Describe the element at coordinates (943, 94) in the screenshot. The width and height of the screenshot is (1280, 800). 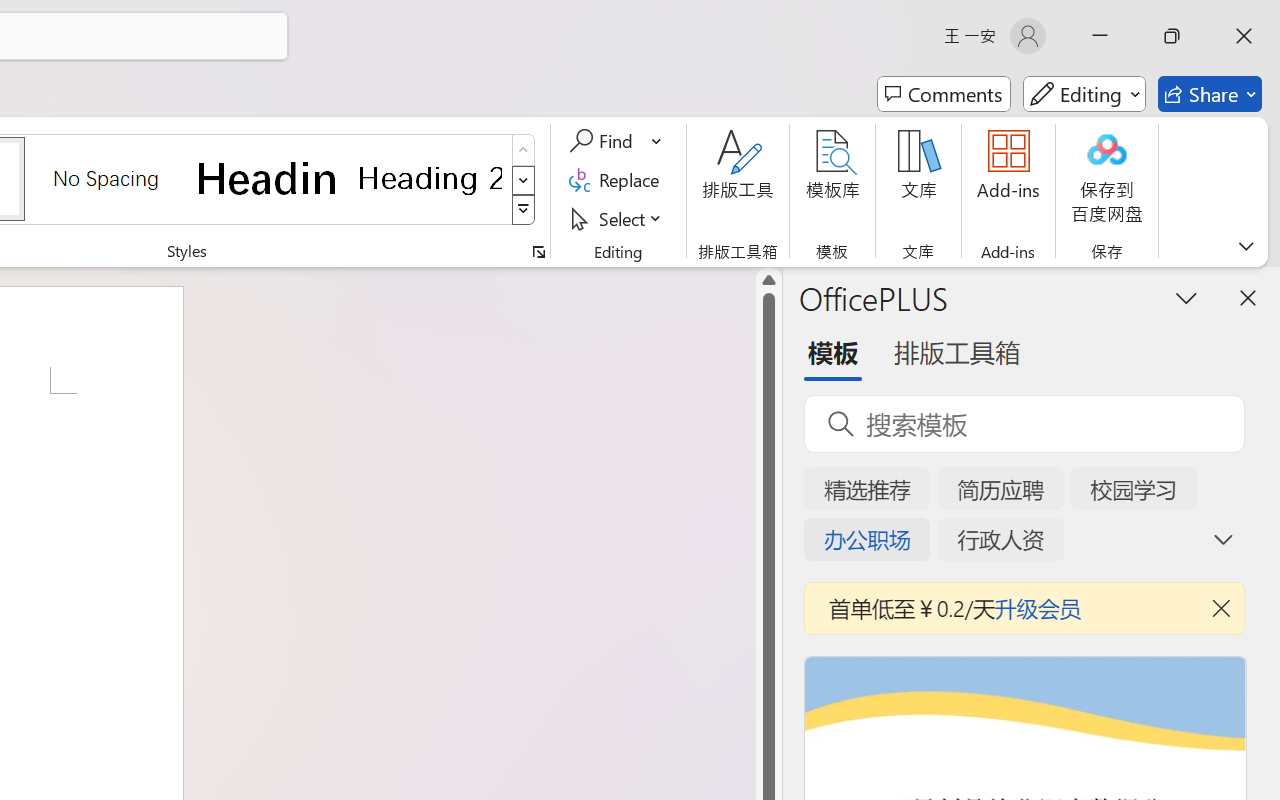
I see `'Comments'` at that location.